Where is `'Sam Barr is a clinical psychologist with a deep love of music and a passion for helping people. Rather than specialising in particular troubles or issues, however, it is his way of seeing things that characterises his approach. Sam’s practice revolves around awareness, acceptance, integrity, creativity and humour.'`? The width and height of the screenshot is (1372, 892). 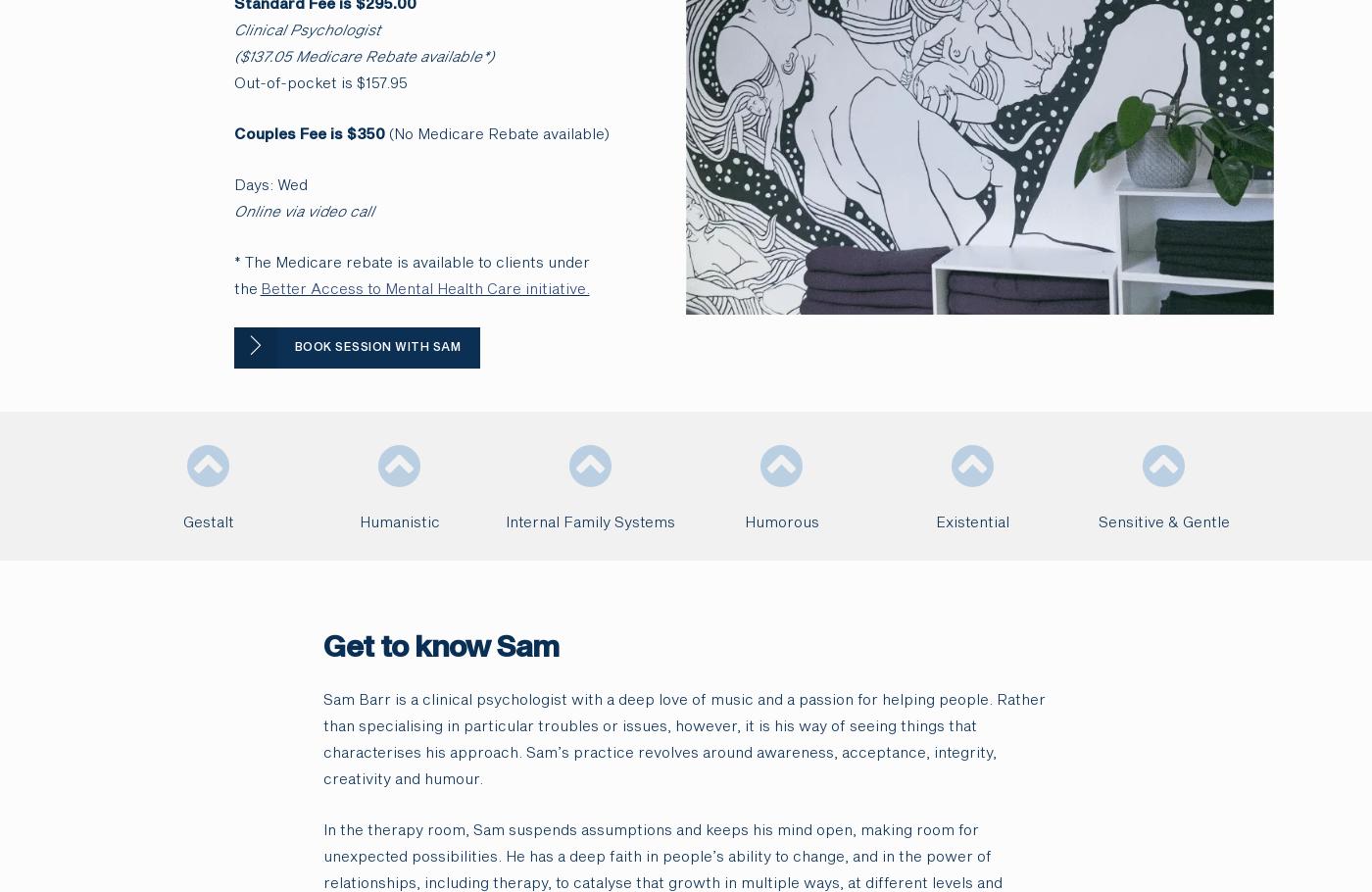
'Sam Barr is a clinical psychologist with a deep love of music and a passion for helping people. Rather than specialising in particular troubles or issues, however, it is his way of seeing things that characterises his approach. Sam’s practice revolves around awareness, acceptance, integrity, creativity and humour.' is located at coordinates (684, 739).